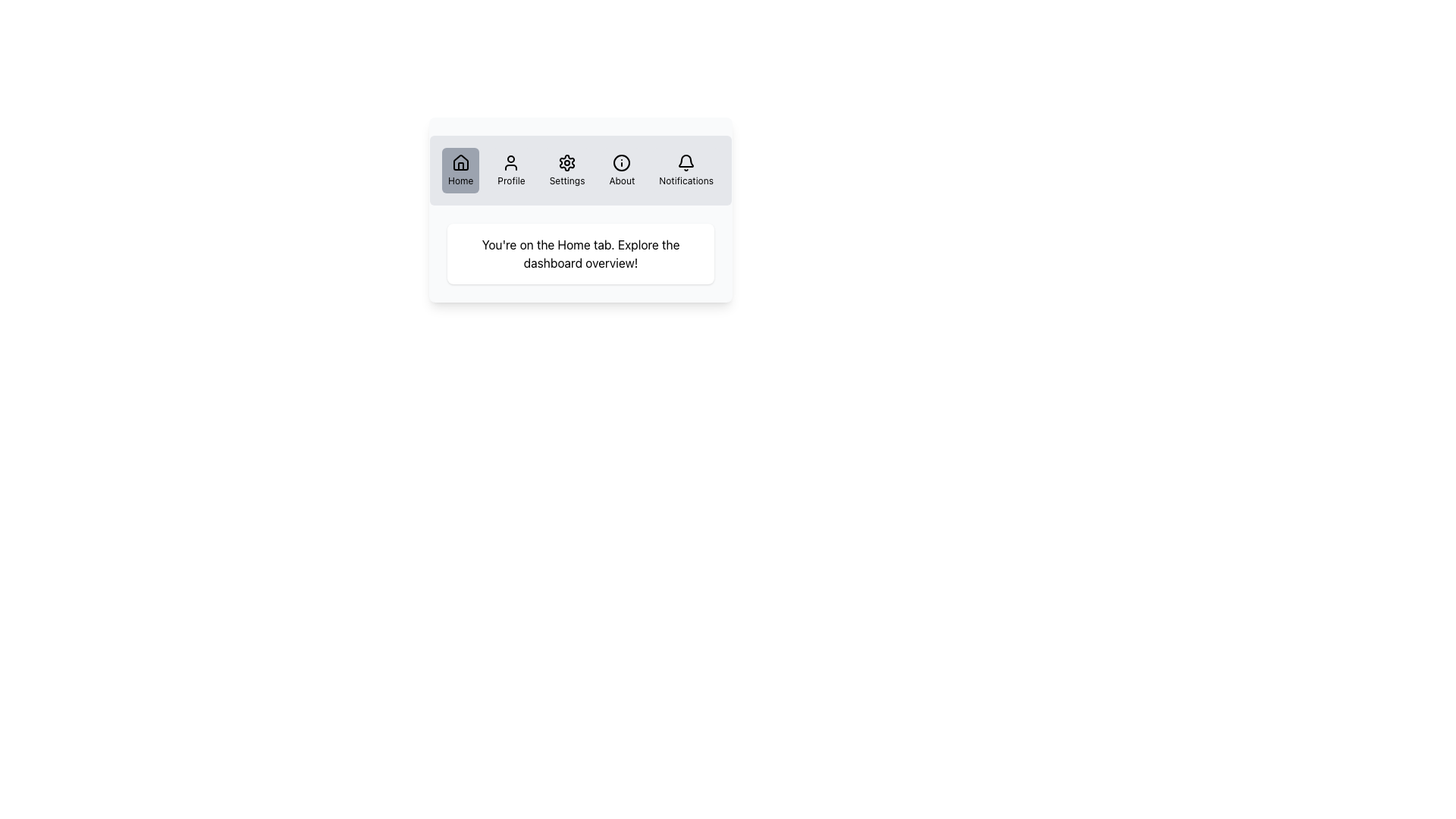  I want to click on the bell icon located in the top navigation bar, which serves as an indicator for notifications, so click(686, 163).